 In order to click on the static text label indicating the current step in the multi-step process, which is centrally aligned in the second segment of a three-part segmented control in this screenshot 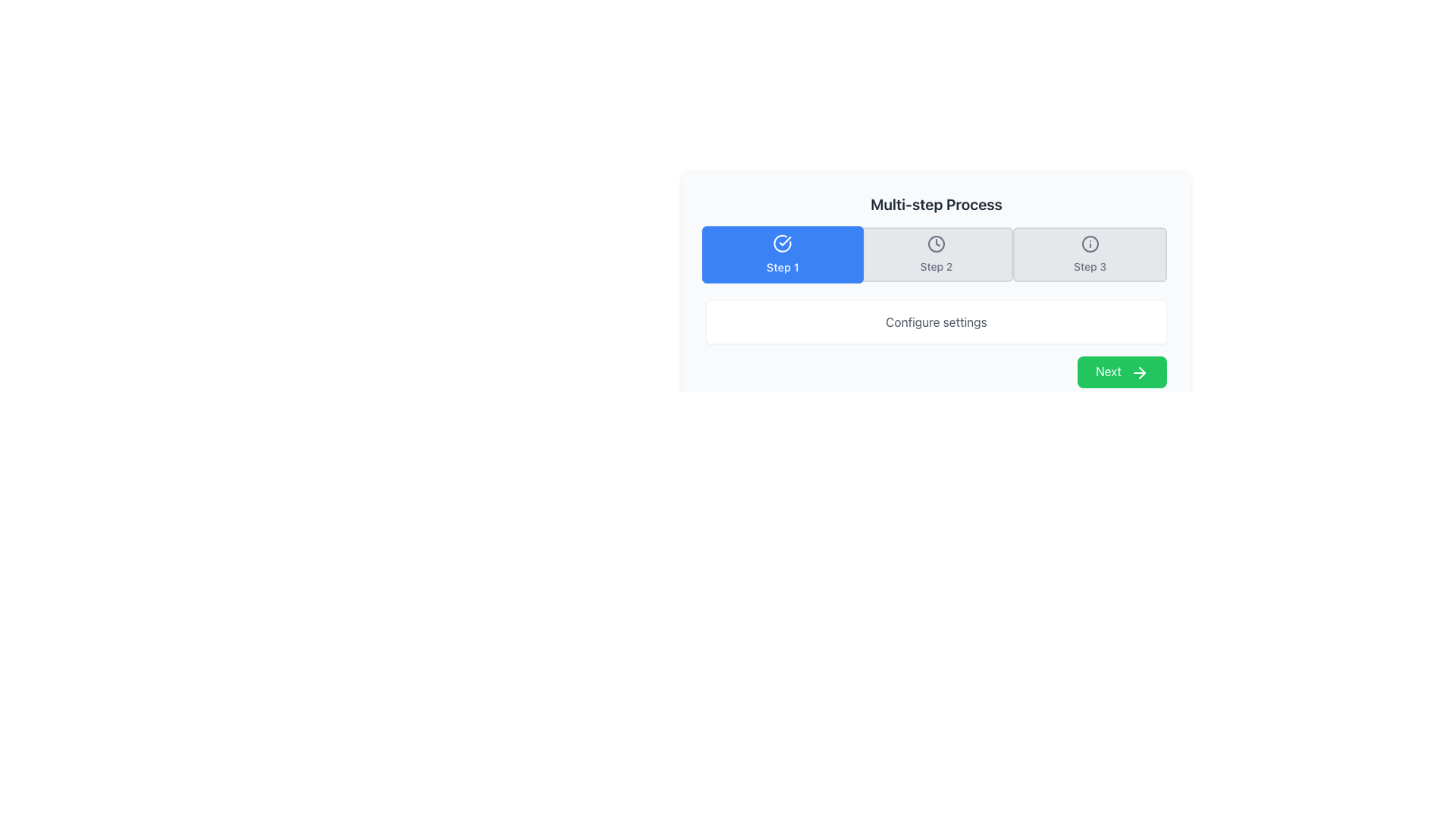, I will do `click(935, 265)`.